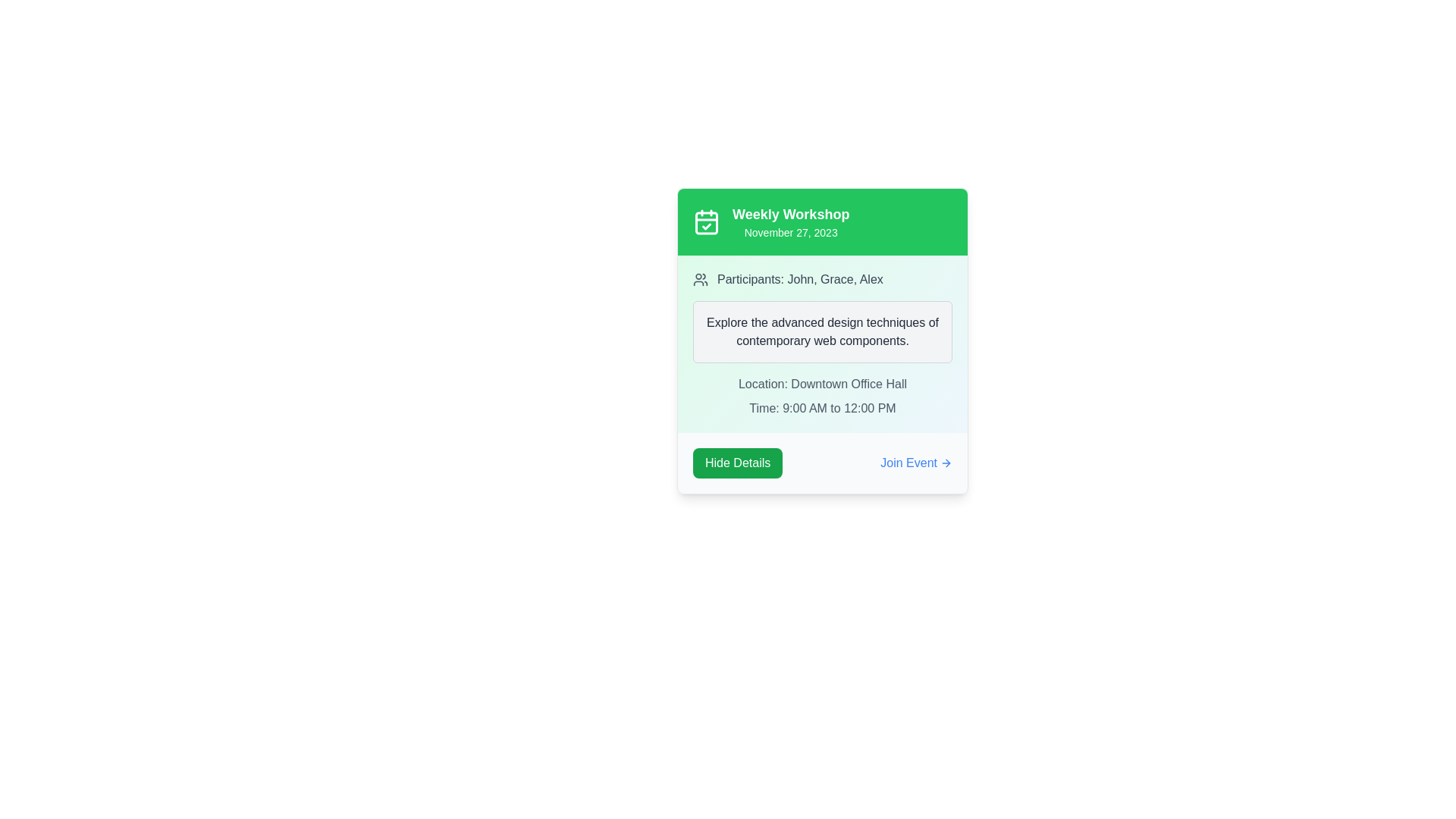 This screenshot has height=819, width=1456. Describe the element at coordinates (738, 462) in the screenshot. I see `the button that toggles the visibility of the details section in the card, located to the left of the blue 'Join Event' text link` at that location.